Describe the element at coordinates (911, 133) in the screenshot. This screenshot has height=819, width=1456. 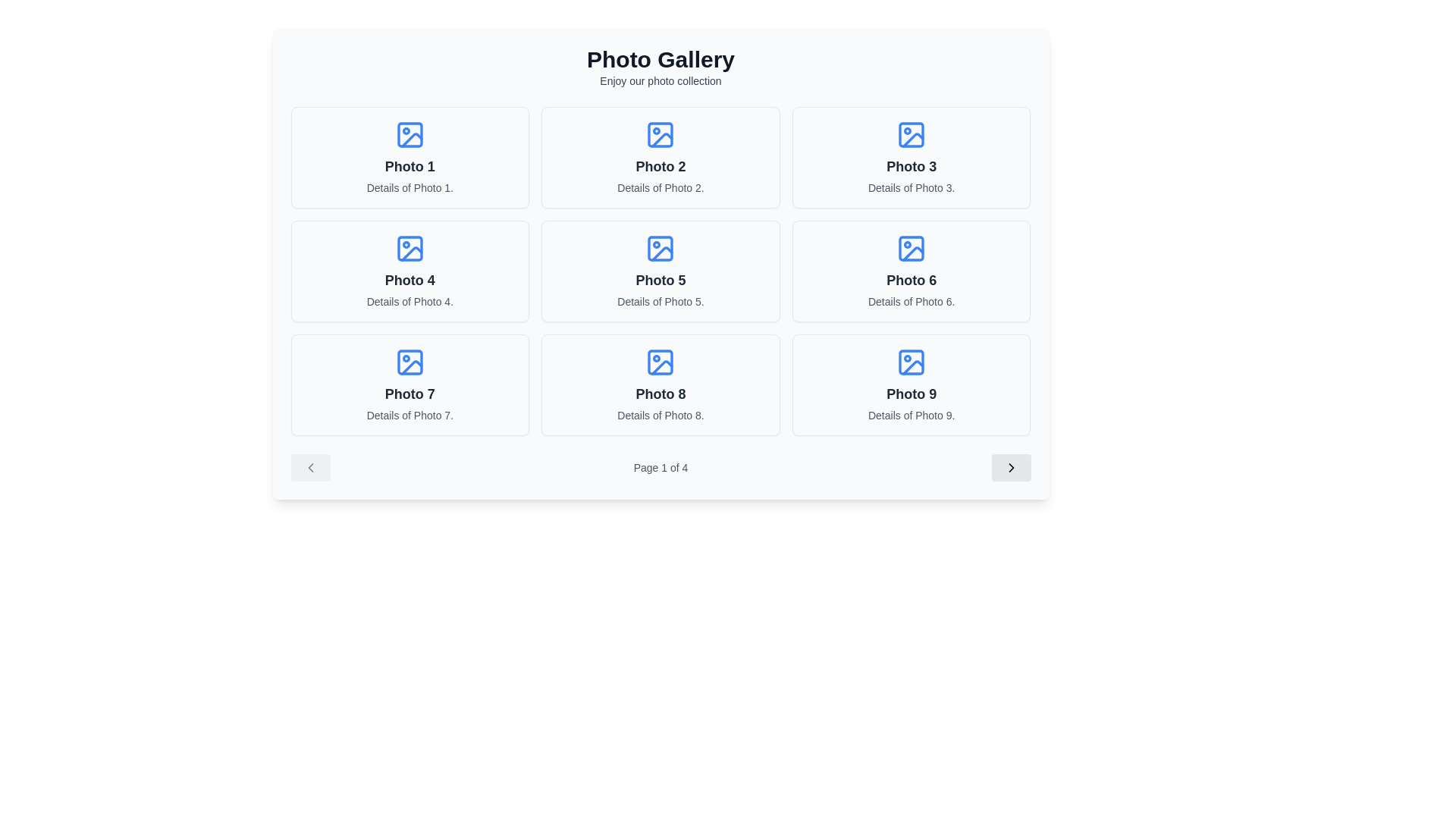
I see `the photo icon representing 'Photo 3', which is positioned at the top-center of the card in the third column of the top row in a 3x3 grid` at that location.